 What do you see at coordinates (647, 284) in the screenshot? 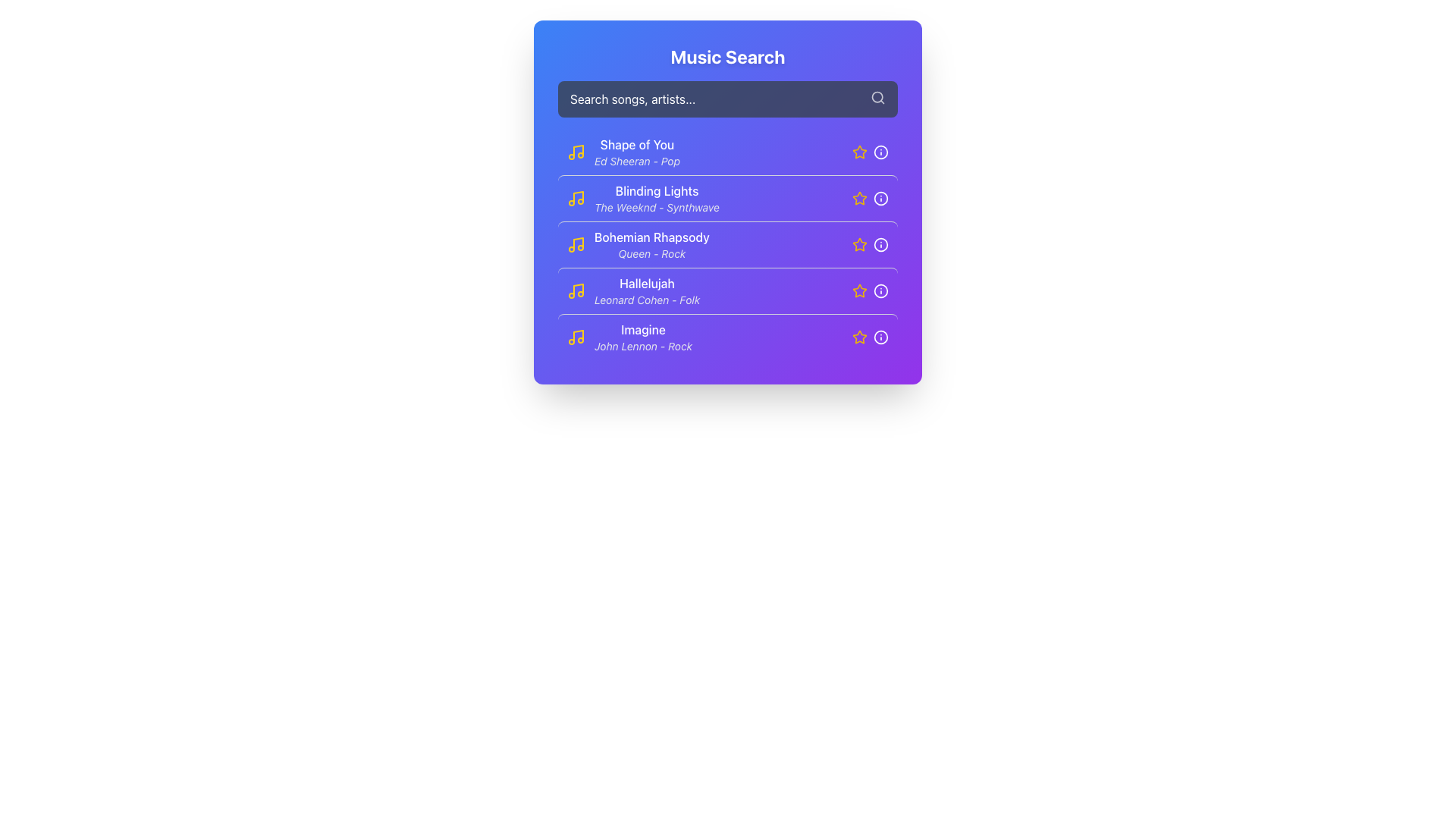
I see `text label displaying 'Hallelujah' in white font on a vibrant purple background, located in the fourth row of song entries` at bounding box center [647, 284].